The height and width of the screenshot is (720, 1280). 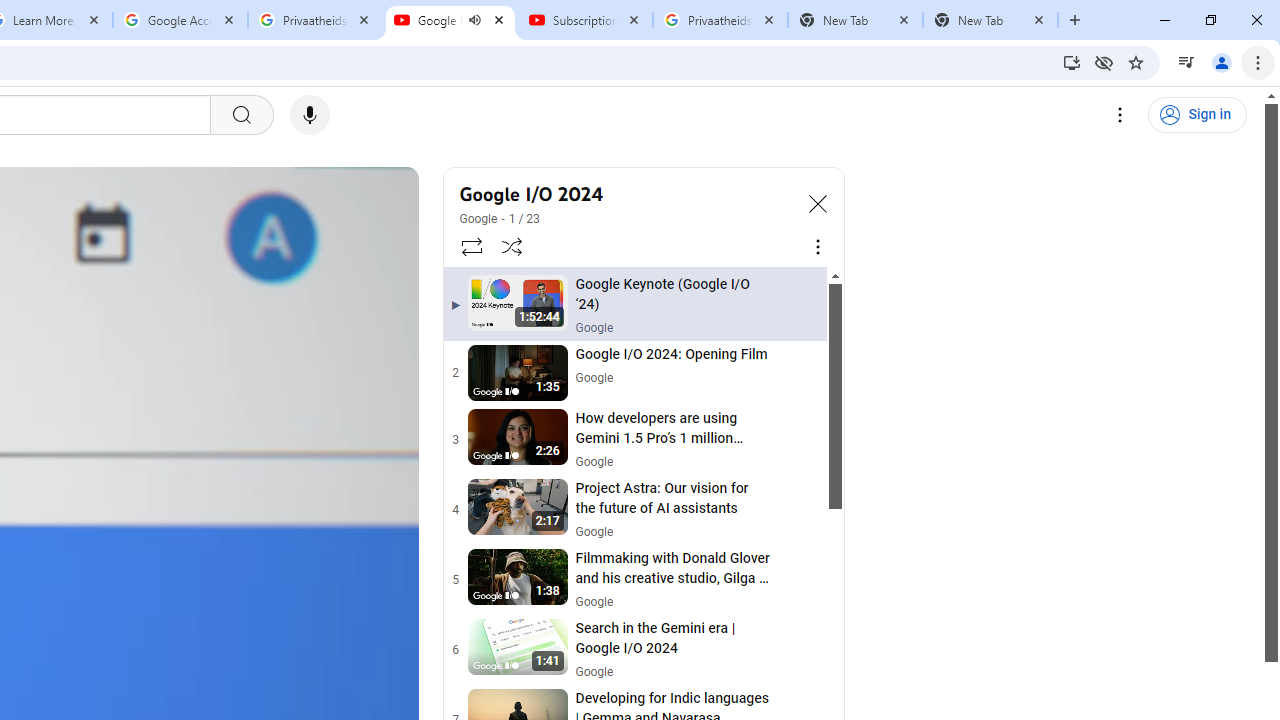 What do you see at coordinates (817, 203) in the screenshot?
I see `'Collapse'` at bounding box center [817, 203].